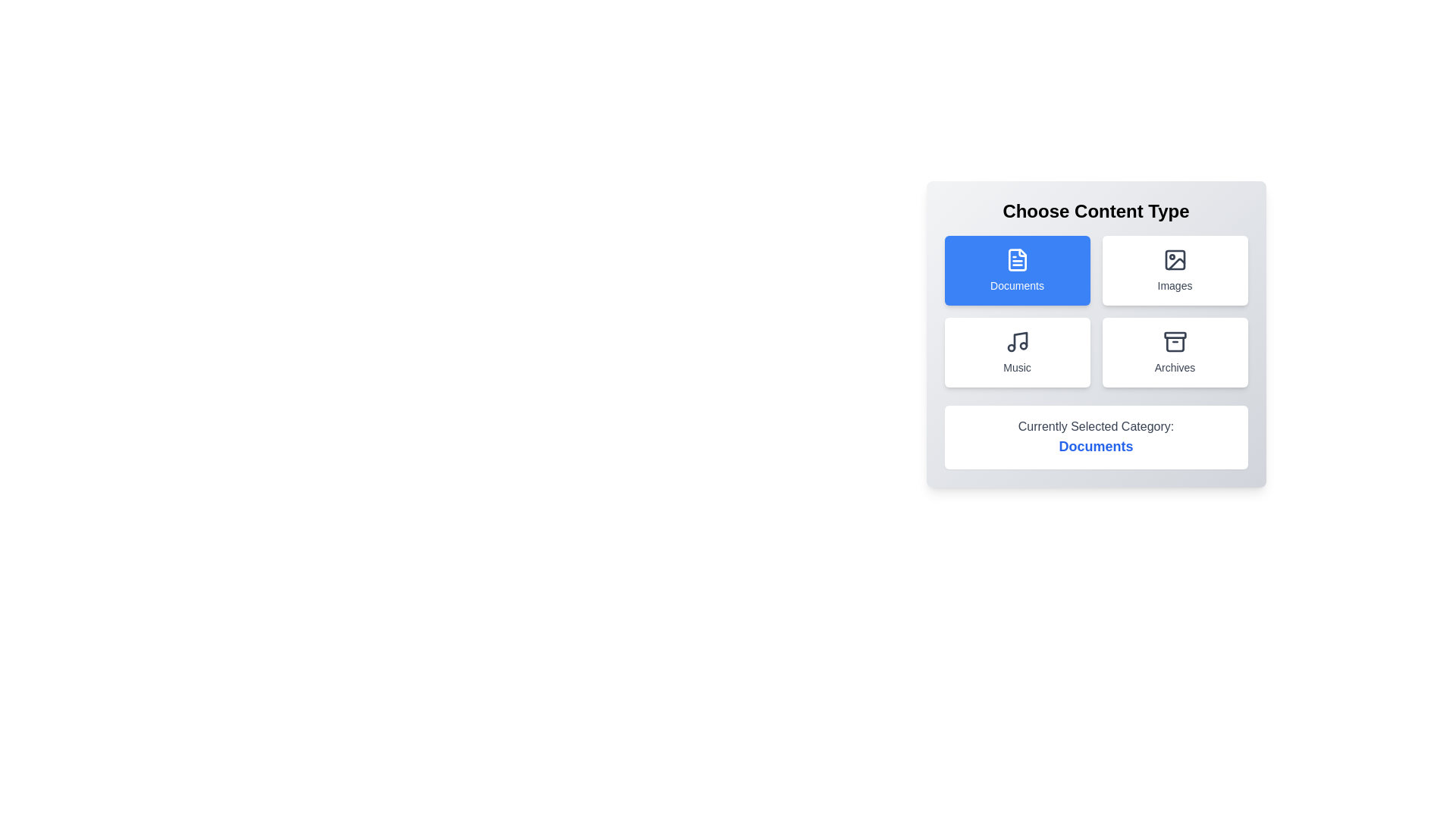  What do you see at coordinates (1017, 353) in the screenshot?
I see `the category Music by clicking on its button` at bounding box center [1017, 353].